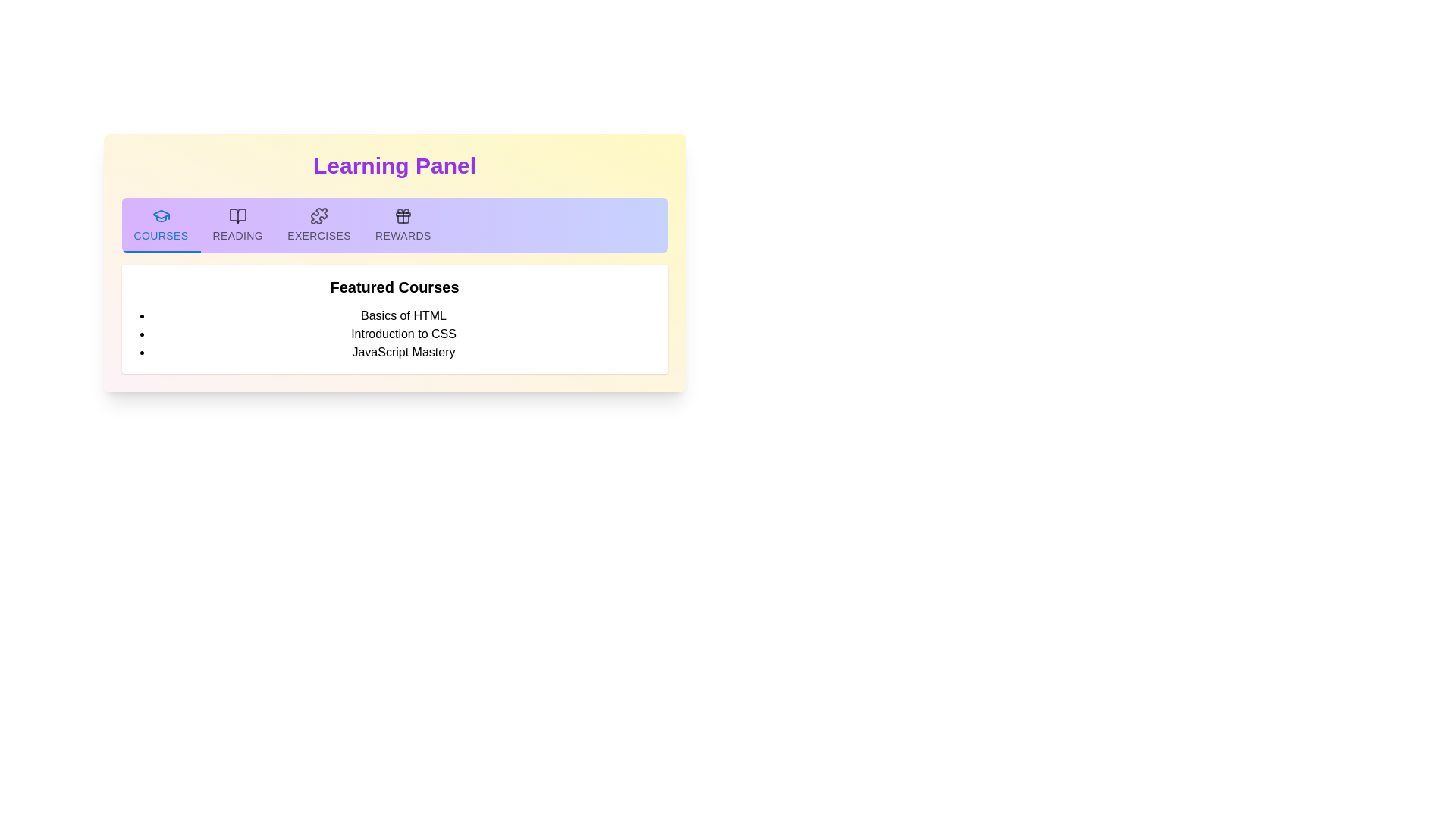 The height and width of the screenshot is (819, 1456). I want to click on the second tab button, so click(237, 225).